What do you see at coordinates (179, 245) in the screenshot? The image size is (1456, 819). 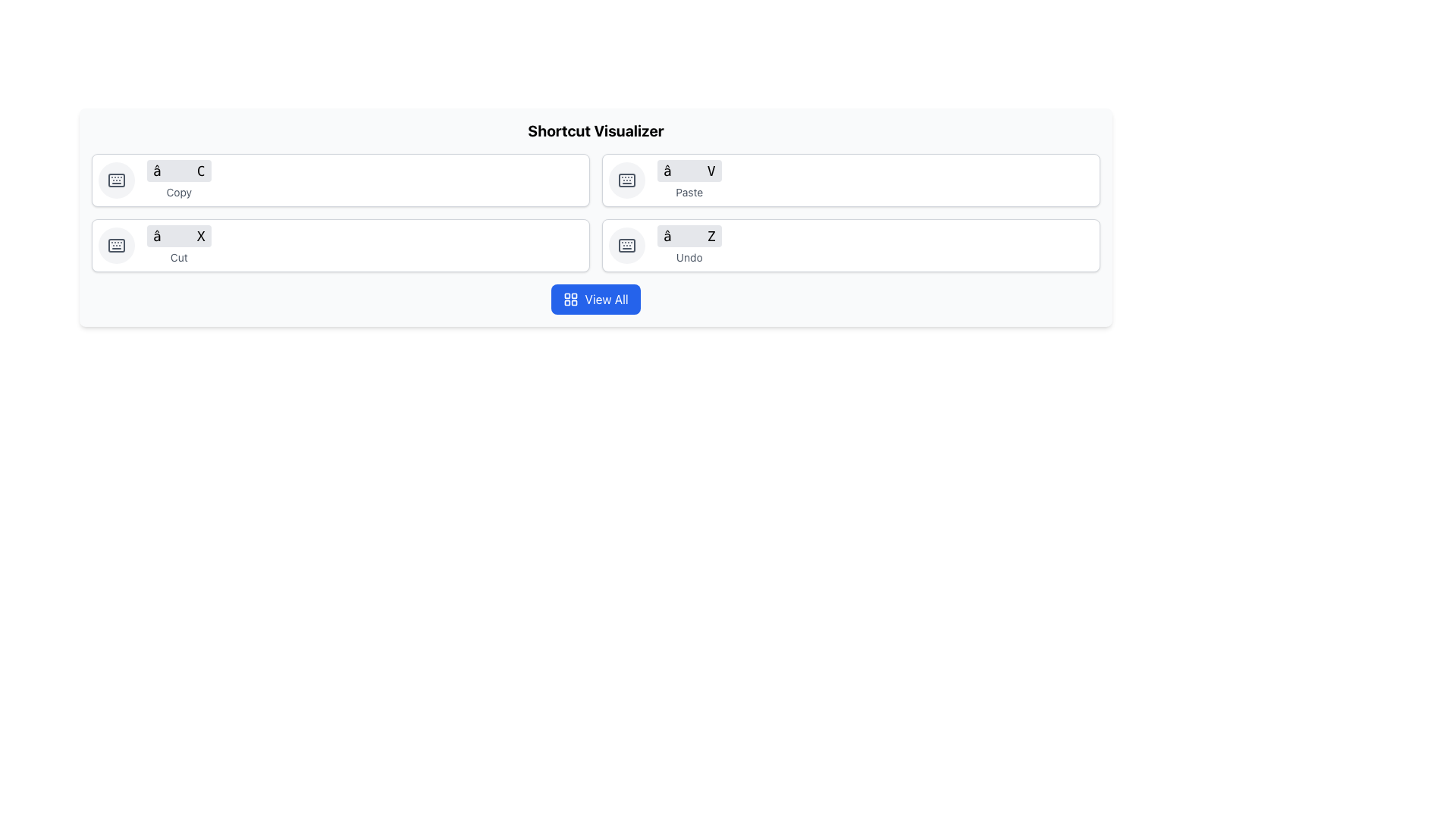 I see `the Shortcut visual display for 'Cut' with the shortcut sequence 'â⌘ X'` at bounding box center [179, 245].